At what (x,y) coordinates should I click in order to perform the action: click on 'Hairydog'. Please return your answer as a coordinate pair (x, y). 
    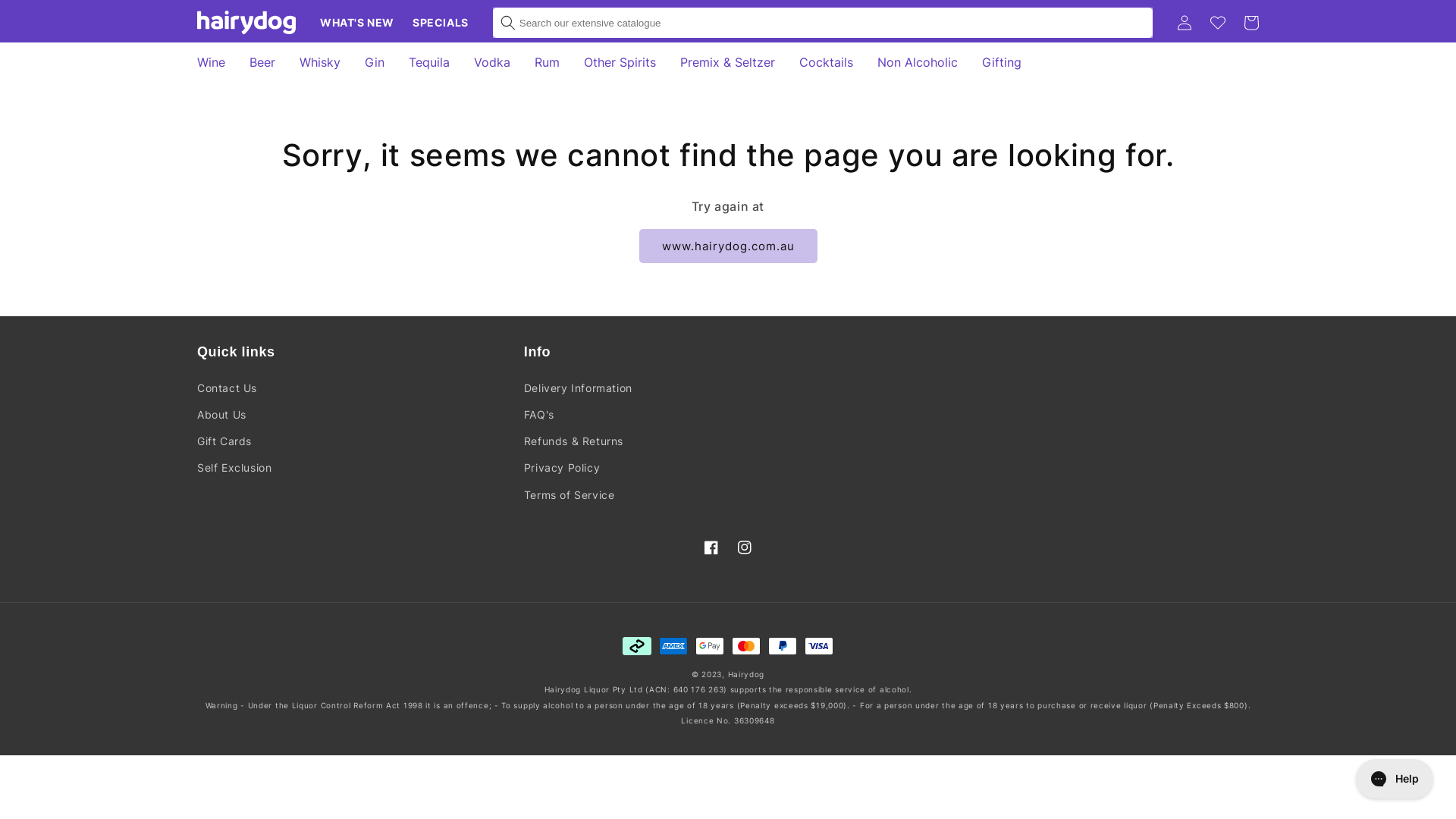
    Looking at the image, I should click on (746, 673).